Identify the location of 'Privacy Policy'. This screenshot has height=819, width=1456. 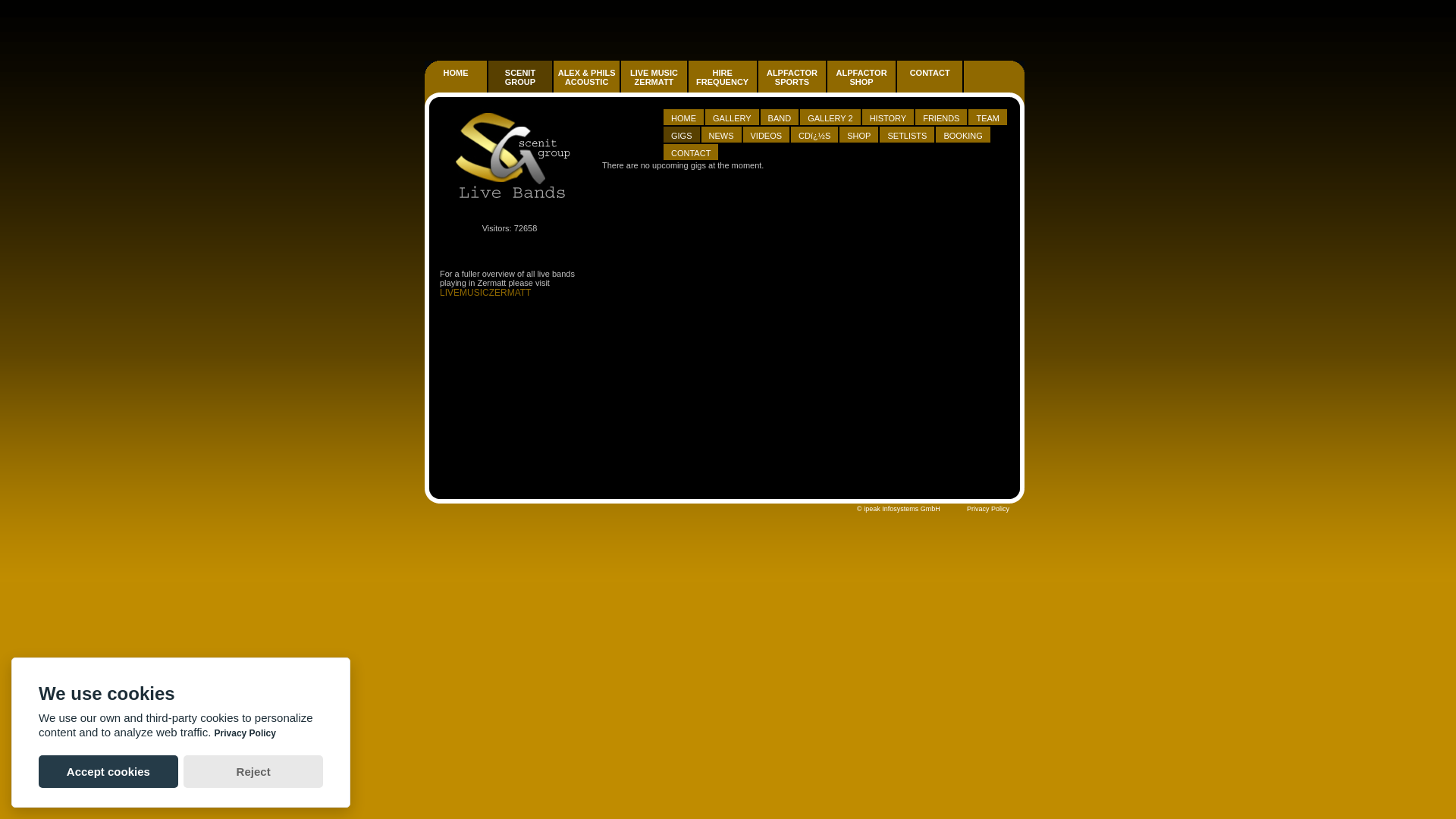
(966, 509).